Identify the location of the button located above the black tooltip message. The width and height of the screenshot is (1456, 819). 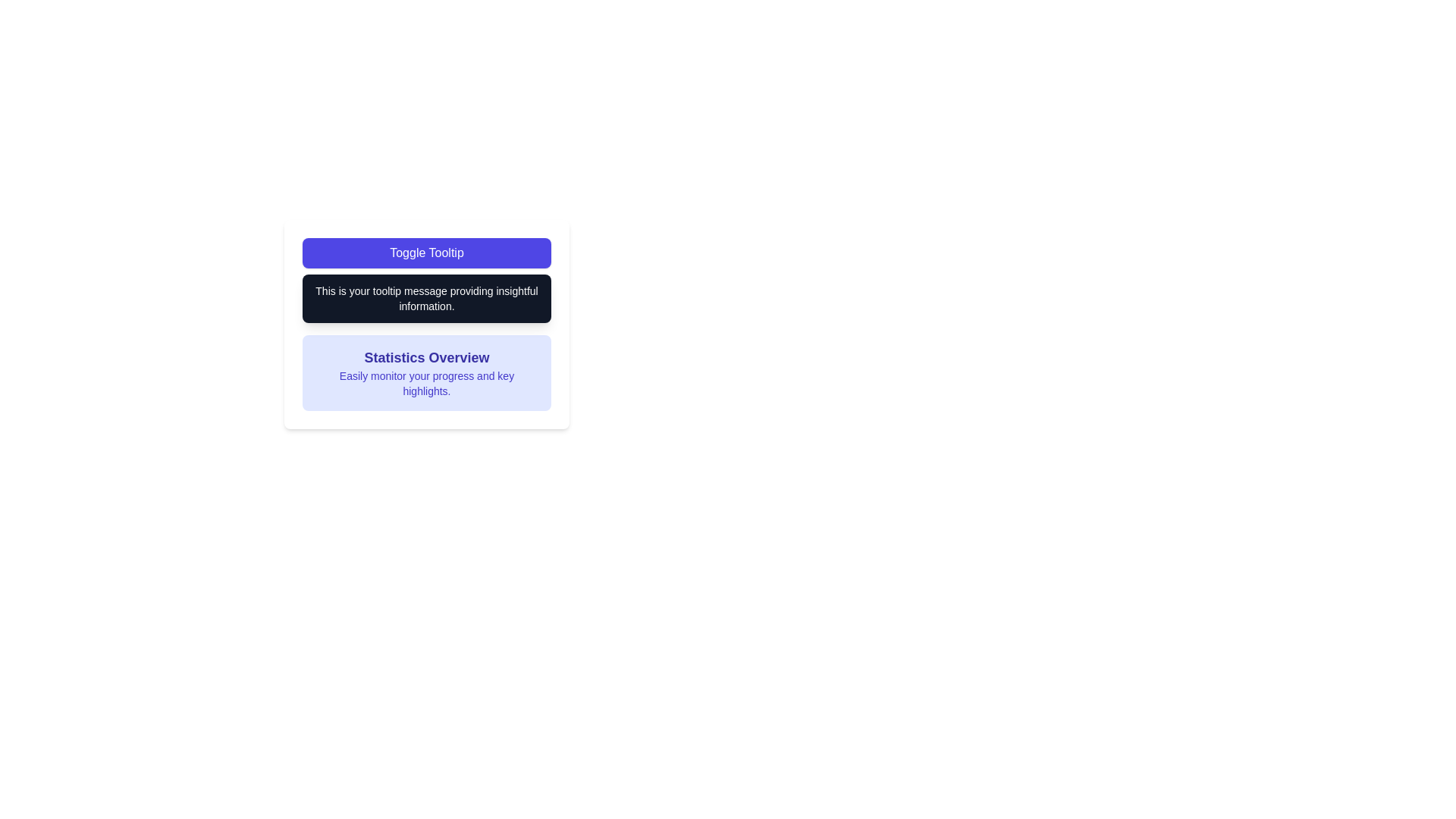
(425, 253).